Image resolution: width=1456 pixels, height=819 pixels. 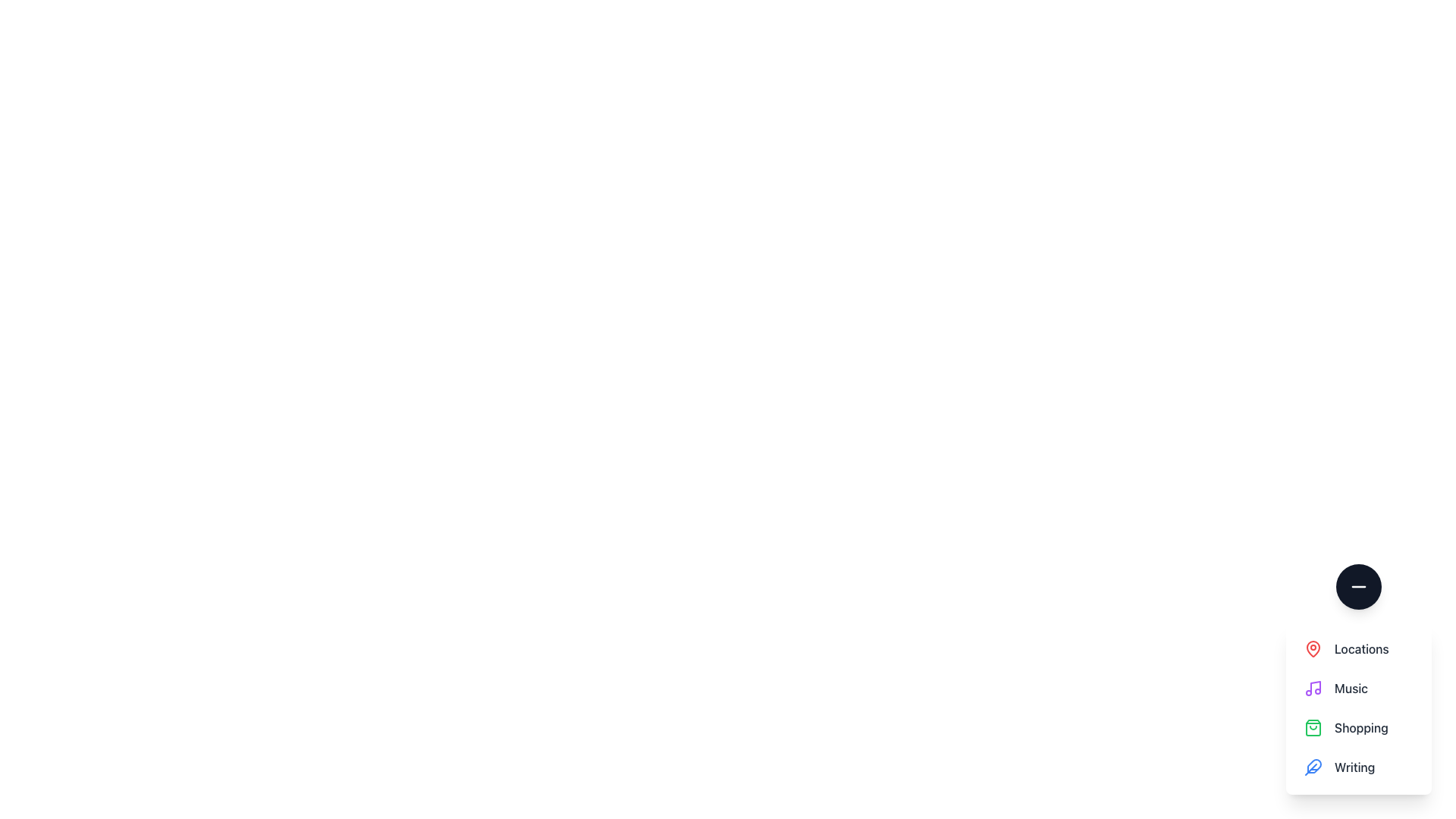 What do you see at coordinates (1313, 688) in the screenshot?
I see `the 'Music' icon located in the menu list, which is positioned to the left of the text label 'Music' and below an icon with a minus symbol` at bounding box center [1313, 688].